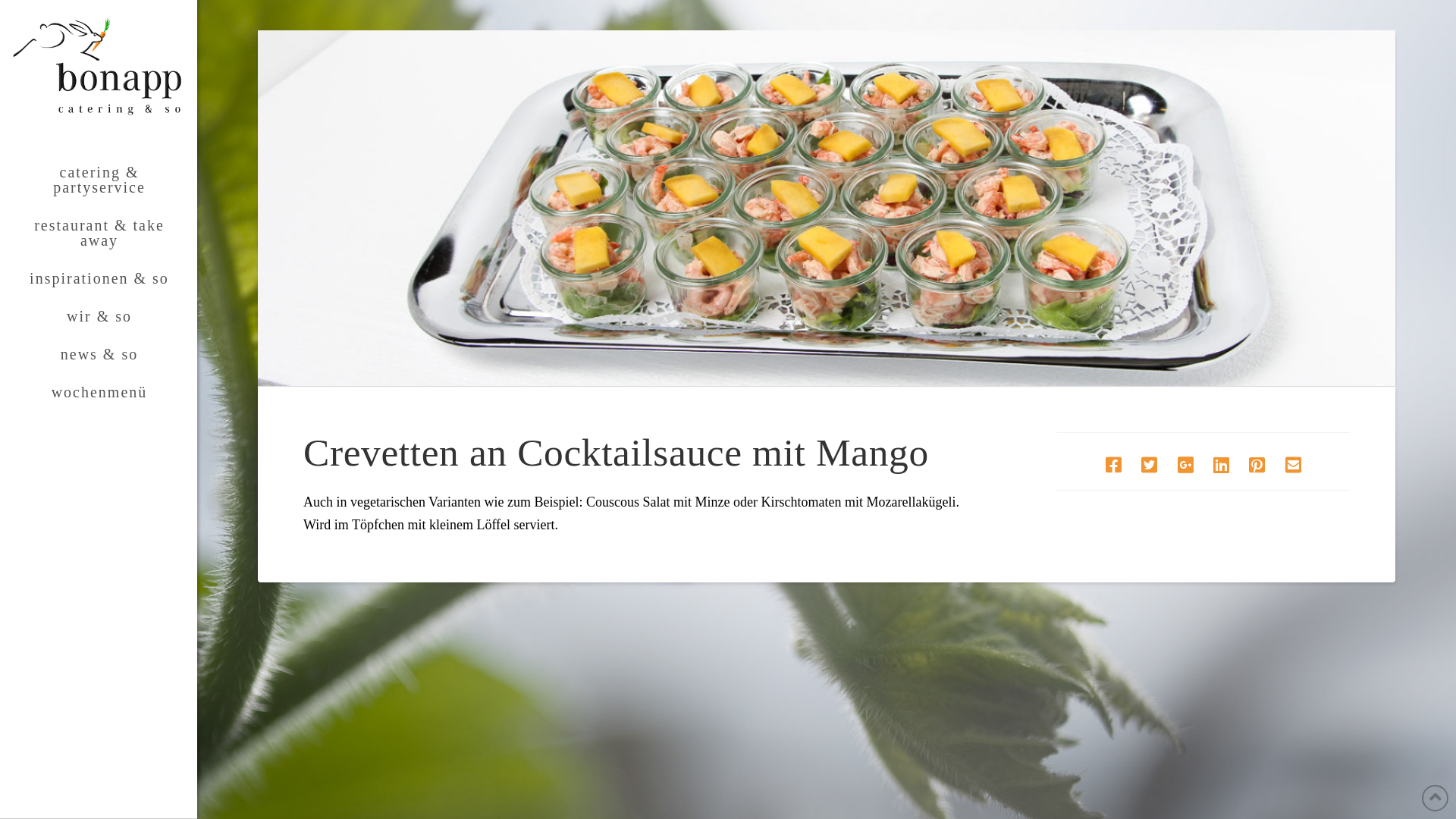 The image size is (1456, 819). Describe the element at coordinates (1434, 797) in the screenshot. I see `'Back to Top'` at that location.